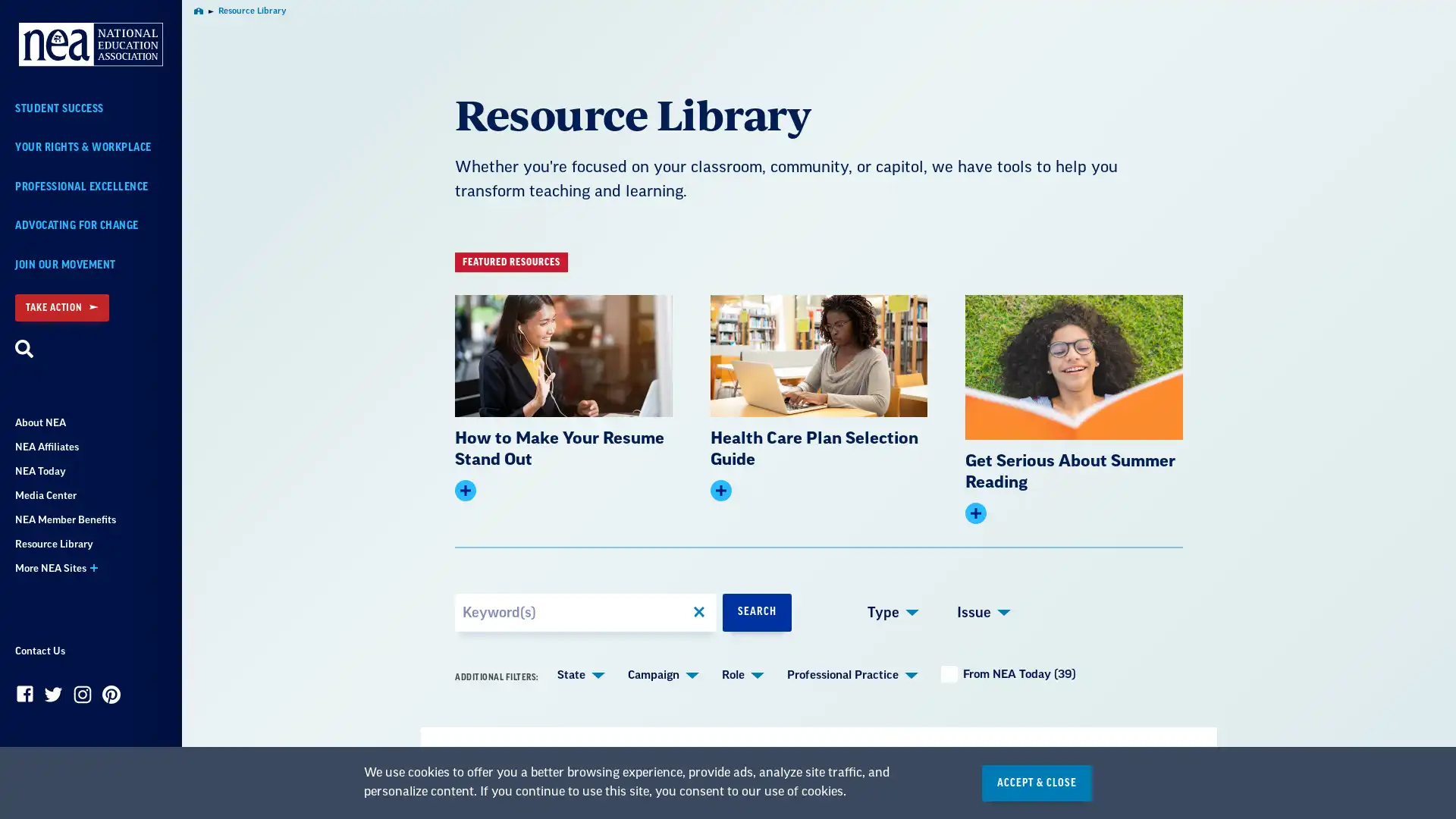 The image size is (1456, 819). Describe the element at coordinates (652, 765) in the screenshot. I see `Magazine Remove filter` at that location.